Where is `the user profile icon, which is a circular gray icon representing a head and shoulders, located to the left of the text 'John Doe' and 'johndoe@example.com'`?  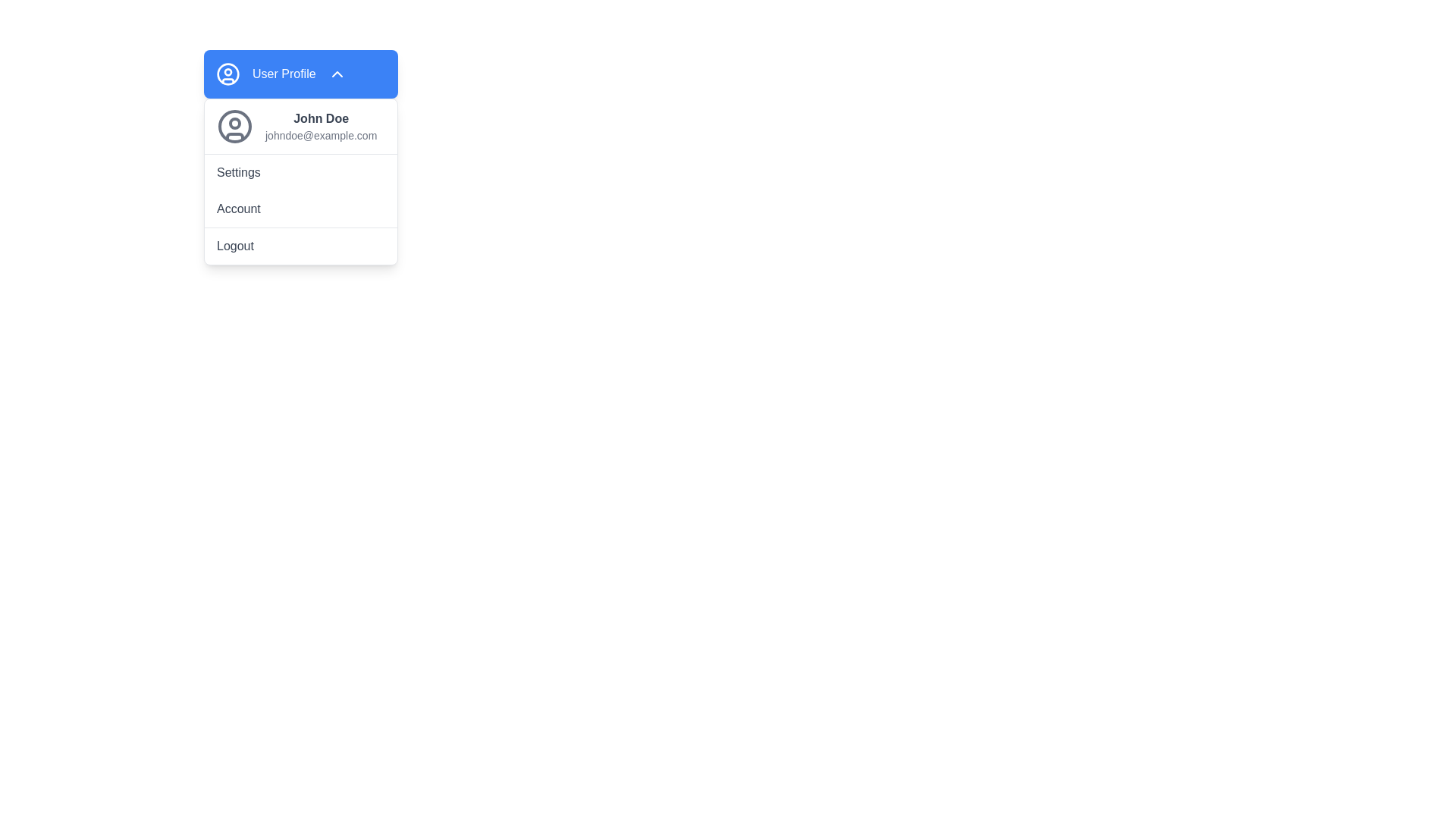 the user profile icon, which is a circular gray icon representing a head and shoulders, located to the left of the text 'John Doe' and 'johndoe@example.com' is located at coordinates (234, 125).